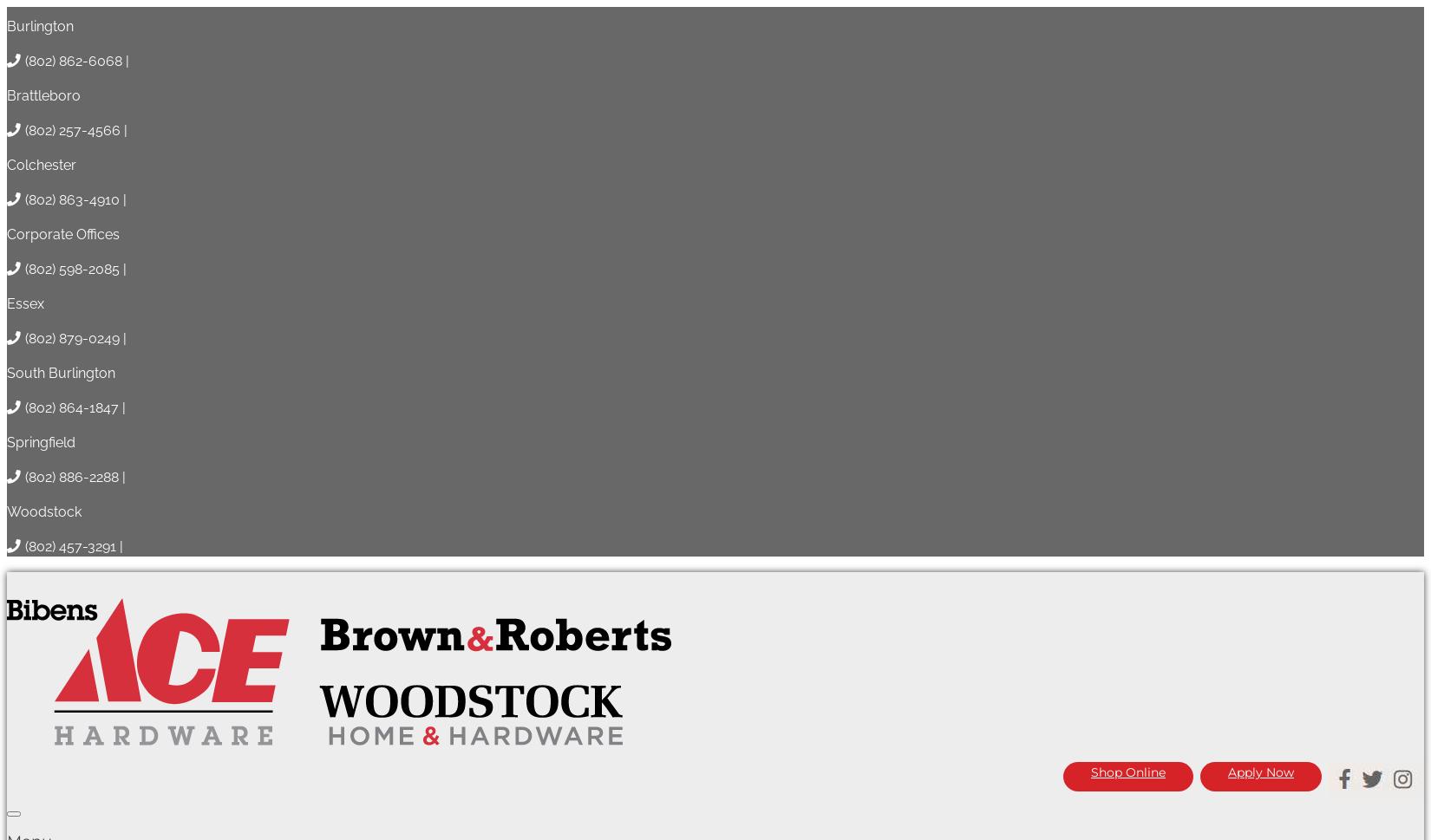  Describe the element at coordinates (409, 361) in the screenshot. I see `'Springfield'` at that location.